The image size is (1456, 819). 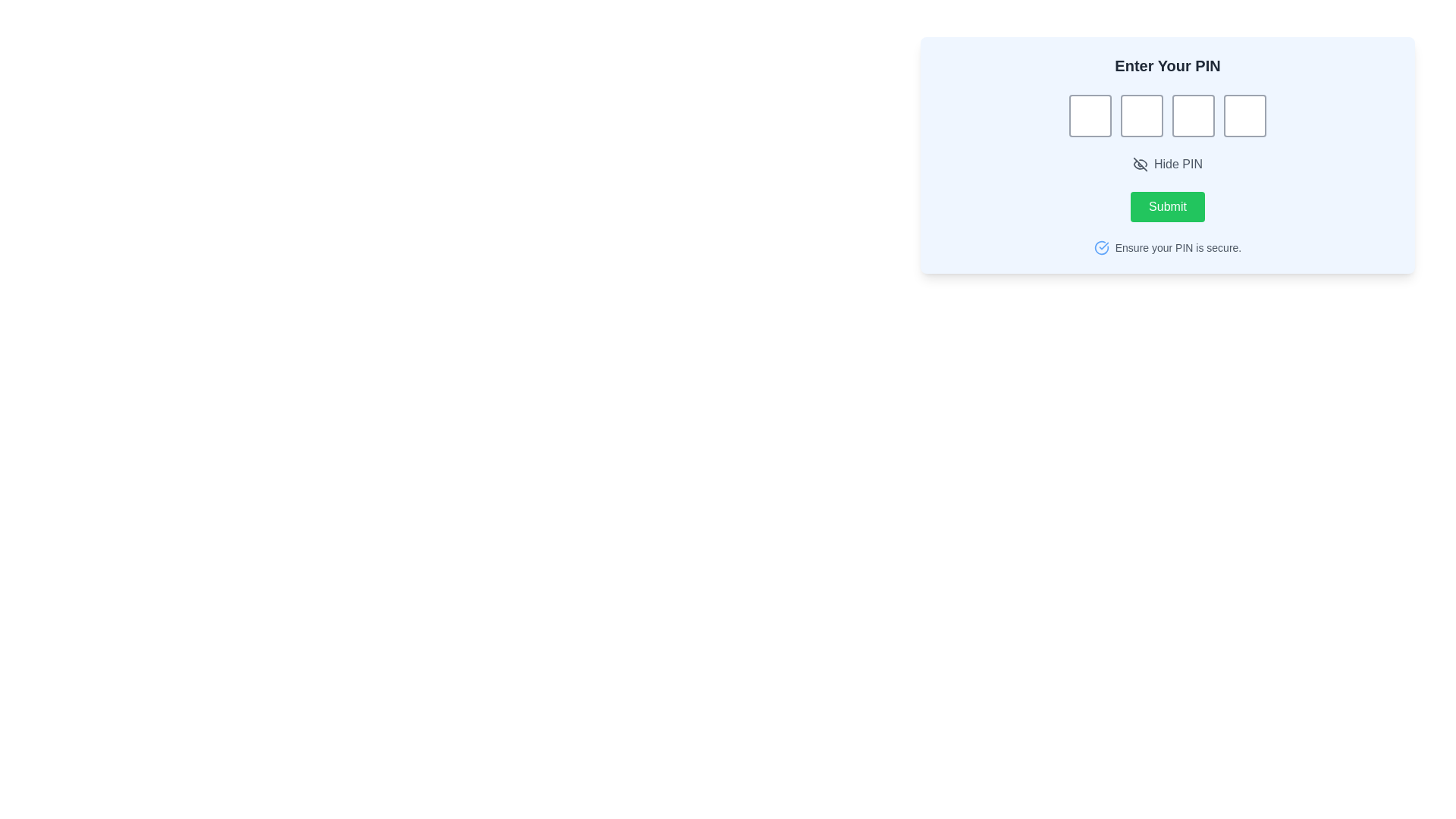 I want to click on descriptive text label indicating the purpose of toggling the visibility of the entered PIN, located next to the 'Toggle PIN visibility' icon in the upper right segment of the interface, so click(x=1178, y=164).